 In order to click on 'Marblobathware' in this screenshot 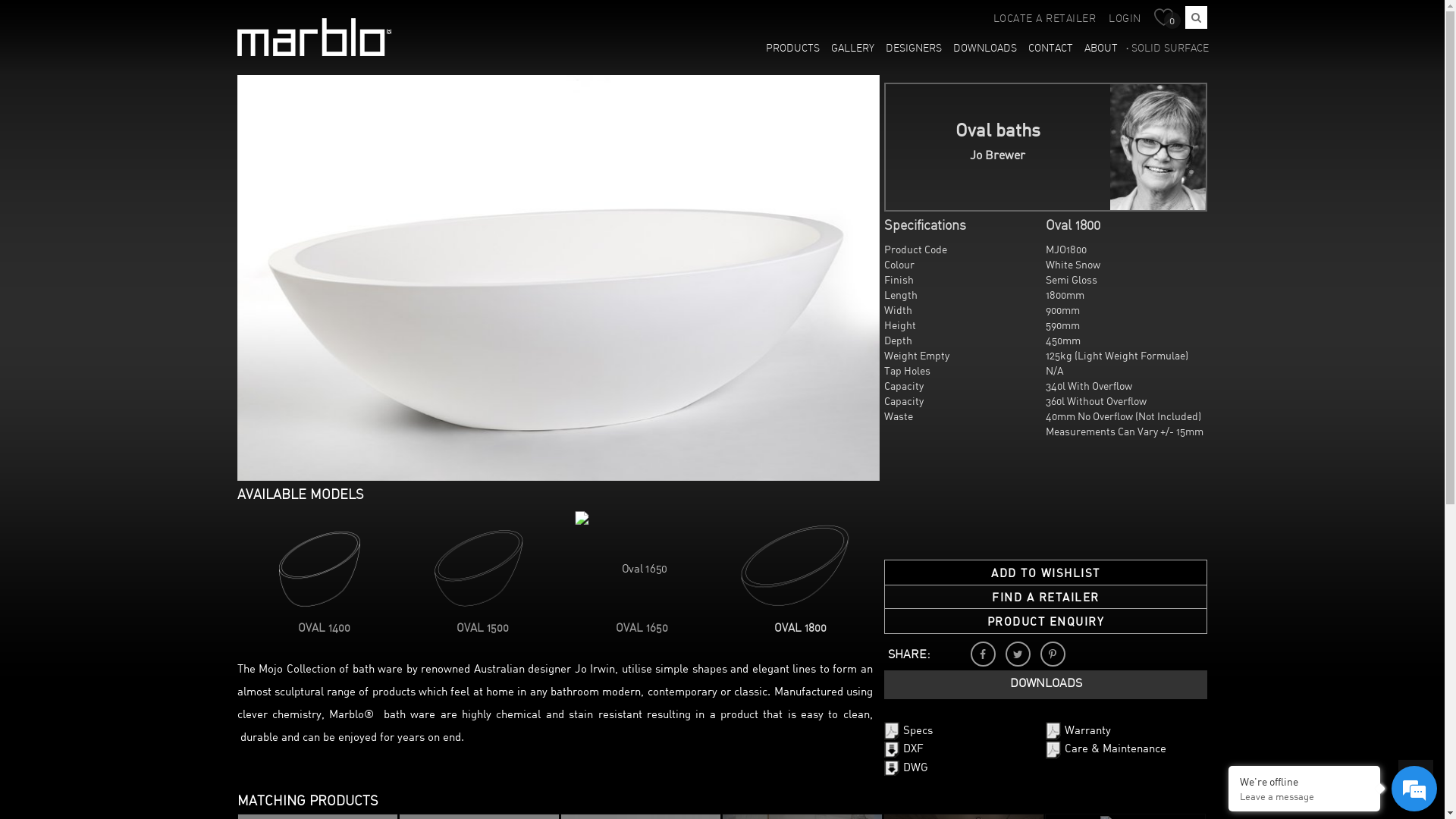, I will do `click(236, 36)`.